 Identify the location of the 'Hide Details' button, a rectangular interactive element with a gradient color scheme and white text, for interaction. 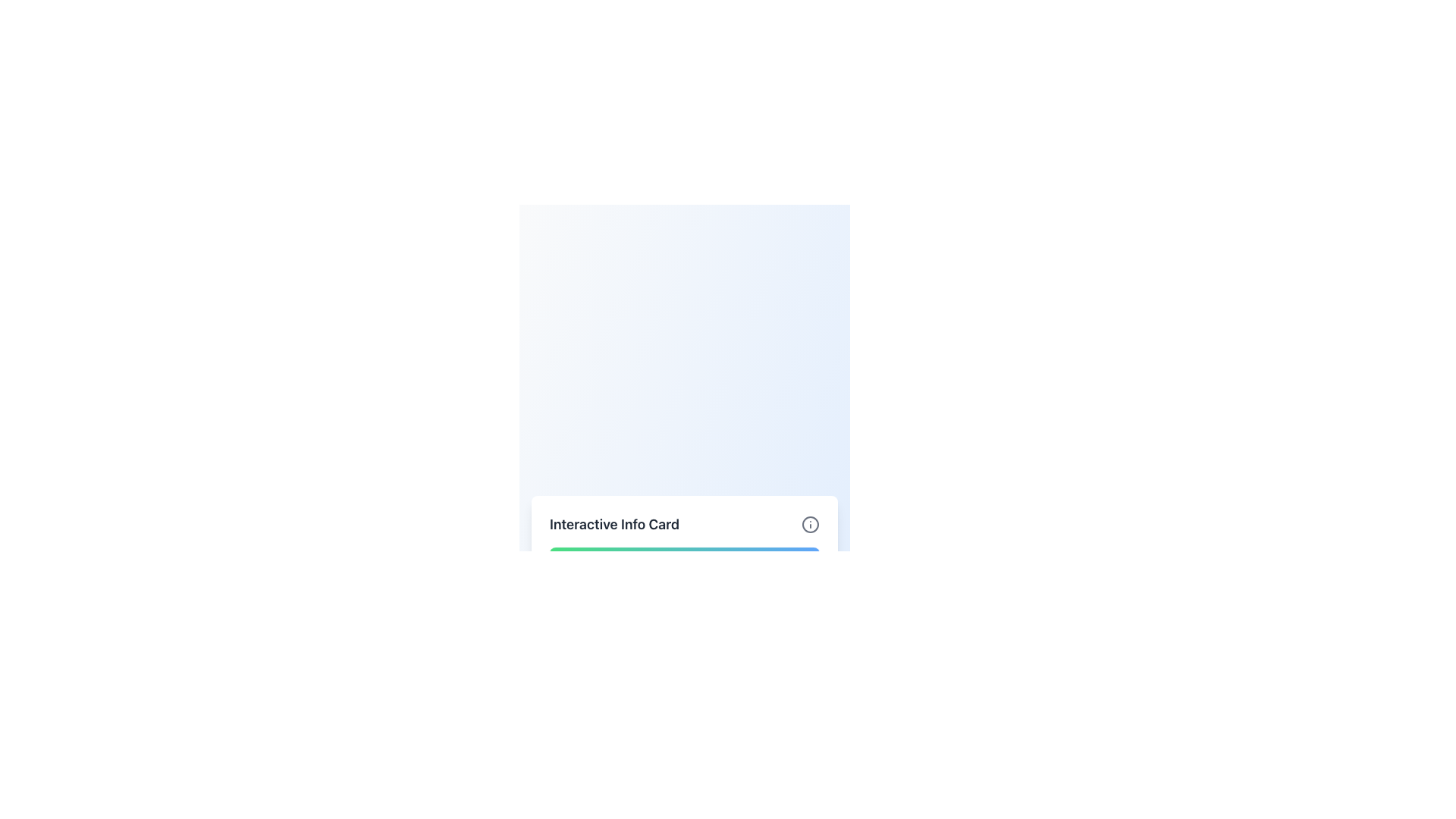
(683, 562).